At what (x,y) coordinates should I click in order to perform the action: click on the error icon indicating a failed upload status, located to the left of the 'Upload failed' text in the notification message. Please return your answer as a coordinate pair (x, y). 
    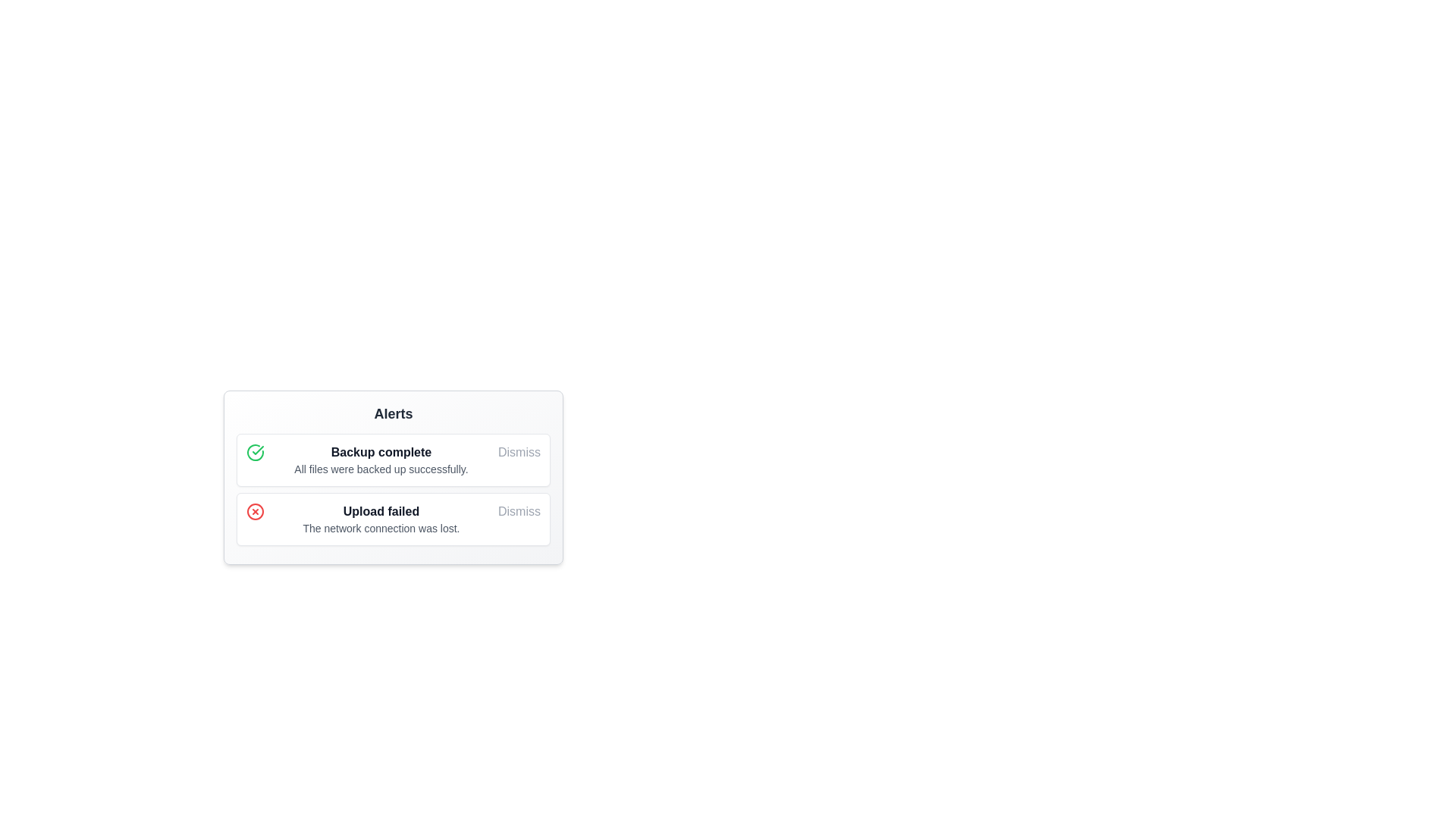
    Looking at the image, I should click on (259, 512).